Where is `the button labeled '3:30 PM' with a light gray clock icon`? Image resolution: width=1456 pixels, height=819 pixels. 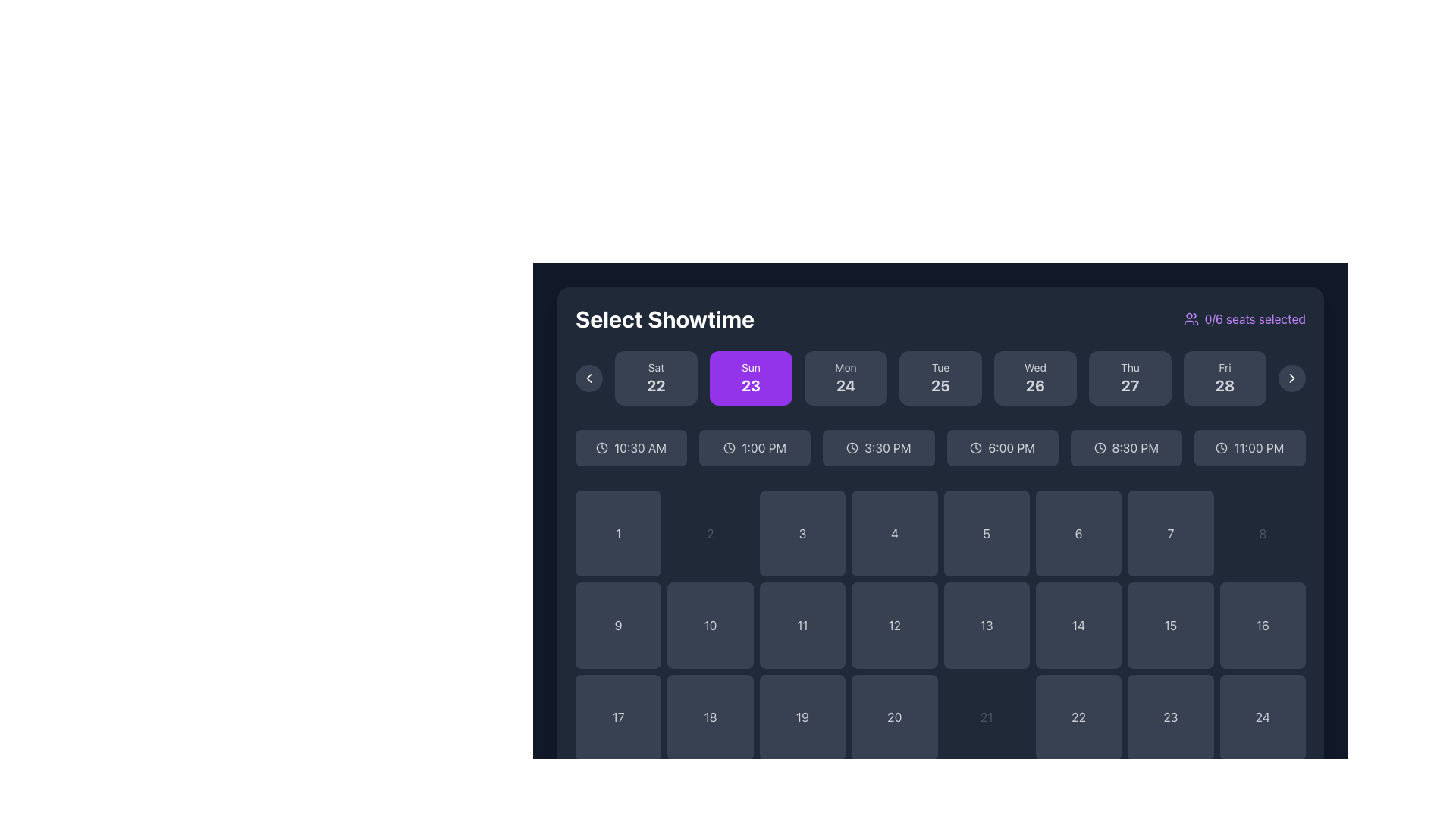
the button labeled '3:30 PM' with a light gray clock icon is located at coordinates (878, 447).